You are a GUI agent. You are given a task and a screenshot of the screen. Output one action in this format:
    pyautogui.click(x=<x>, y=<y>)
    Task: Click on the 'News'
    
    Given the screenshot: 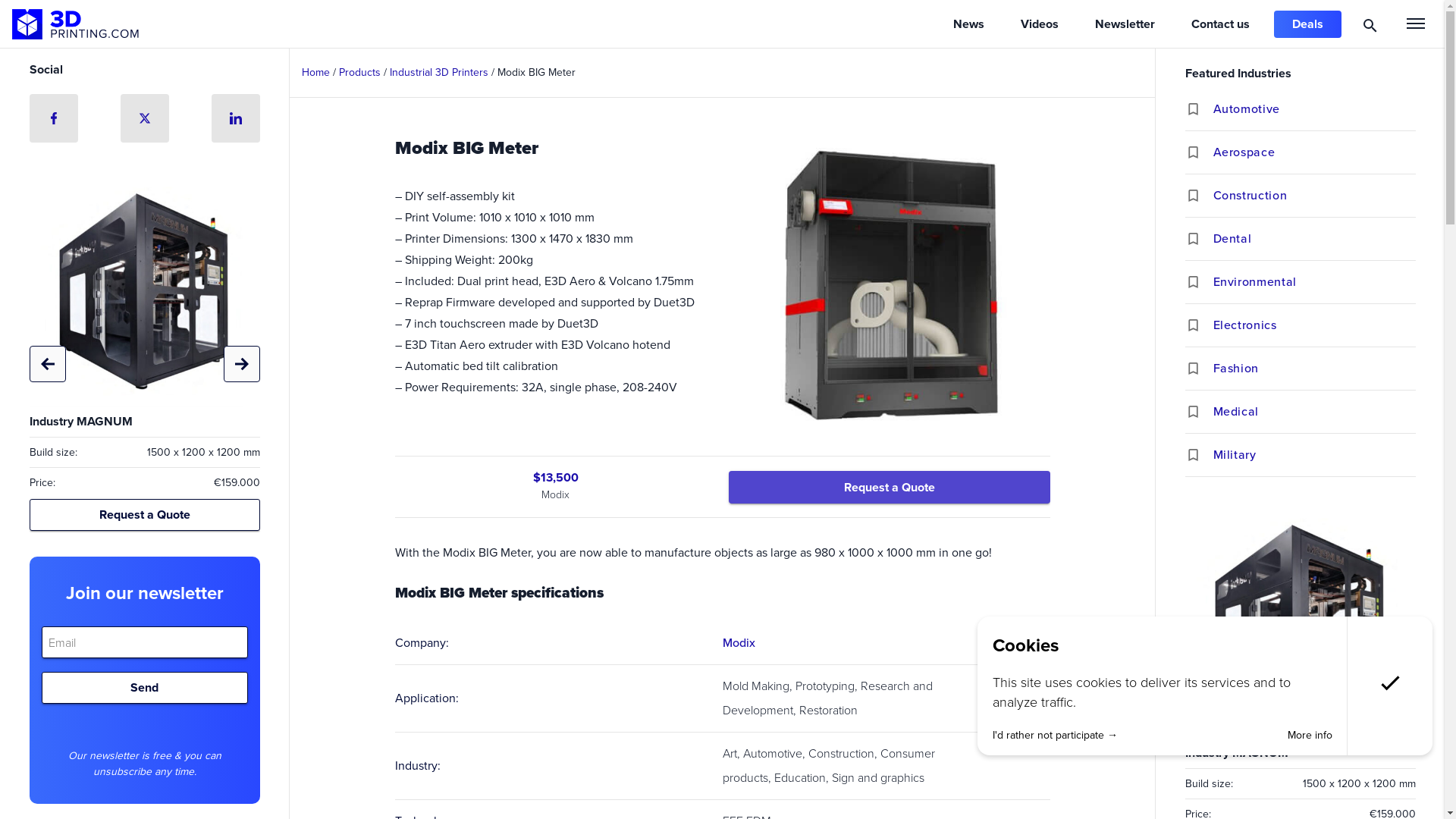 What is the action you would take?
    pyautogui.click(x=968, y=24)
    